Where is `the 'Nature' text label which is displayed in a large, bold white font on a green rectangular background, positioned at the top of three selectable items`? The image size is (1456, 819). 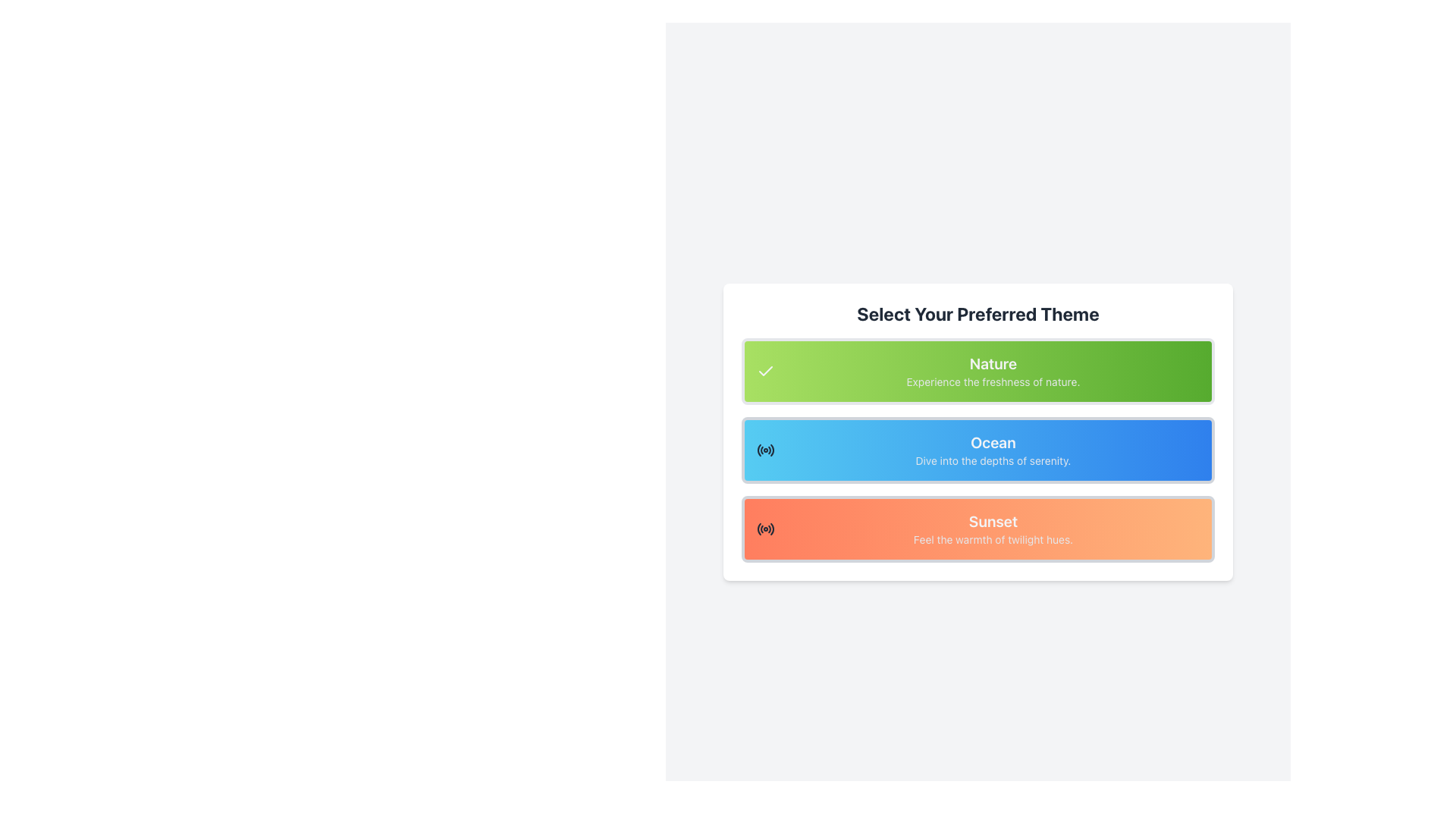
the 'Nature' text label which is displayed in a large, bold white font on a green rectangular background, positioned at the top of three selectable items is located at coordinates (993, 363).